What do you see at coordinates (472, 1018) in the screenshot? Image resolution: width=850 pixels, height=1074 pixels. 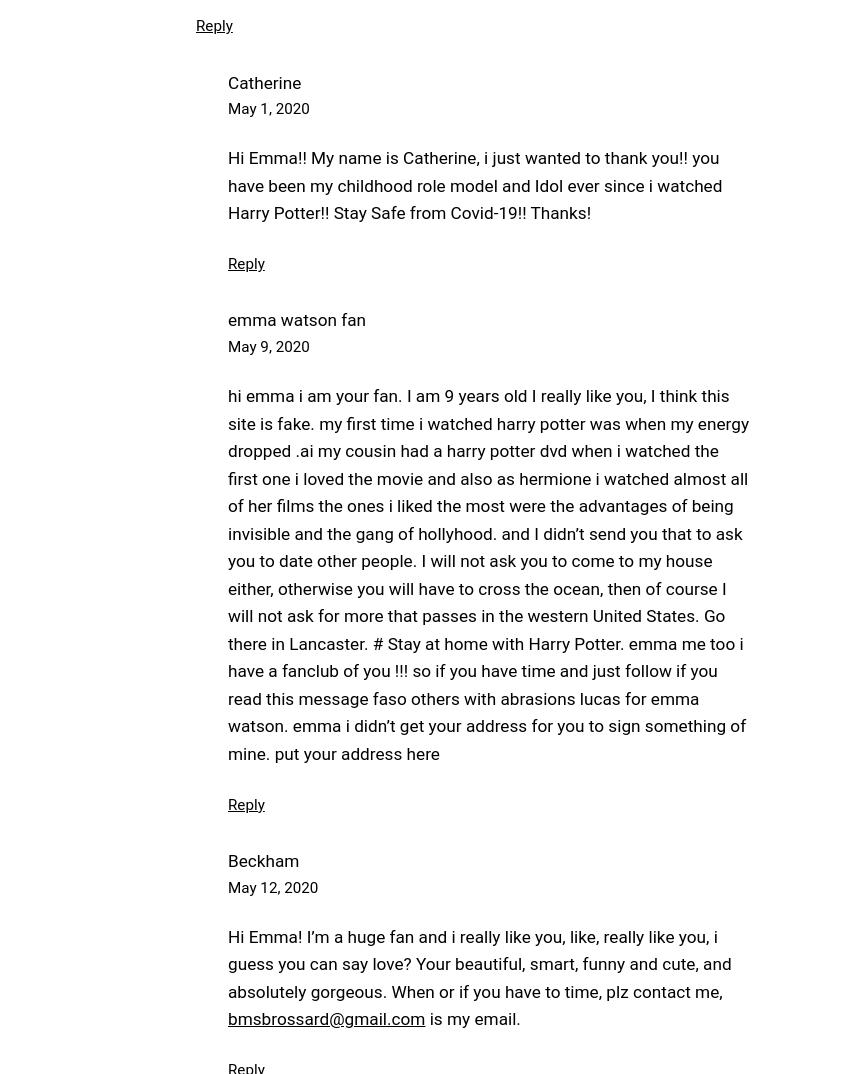 I see `'is my email.'` at bounding box center [472, 1018].